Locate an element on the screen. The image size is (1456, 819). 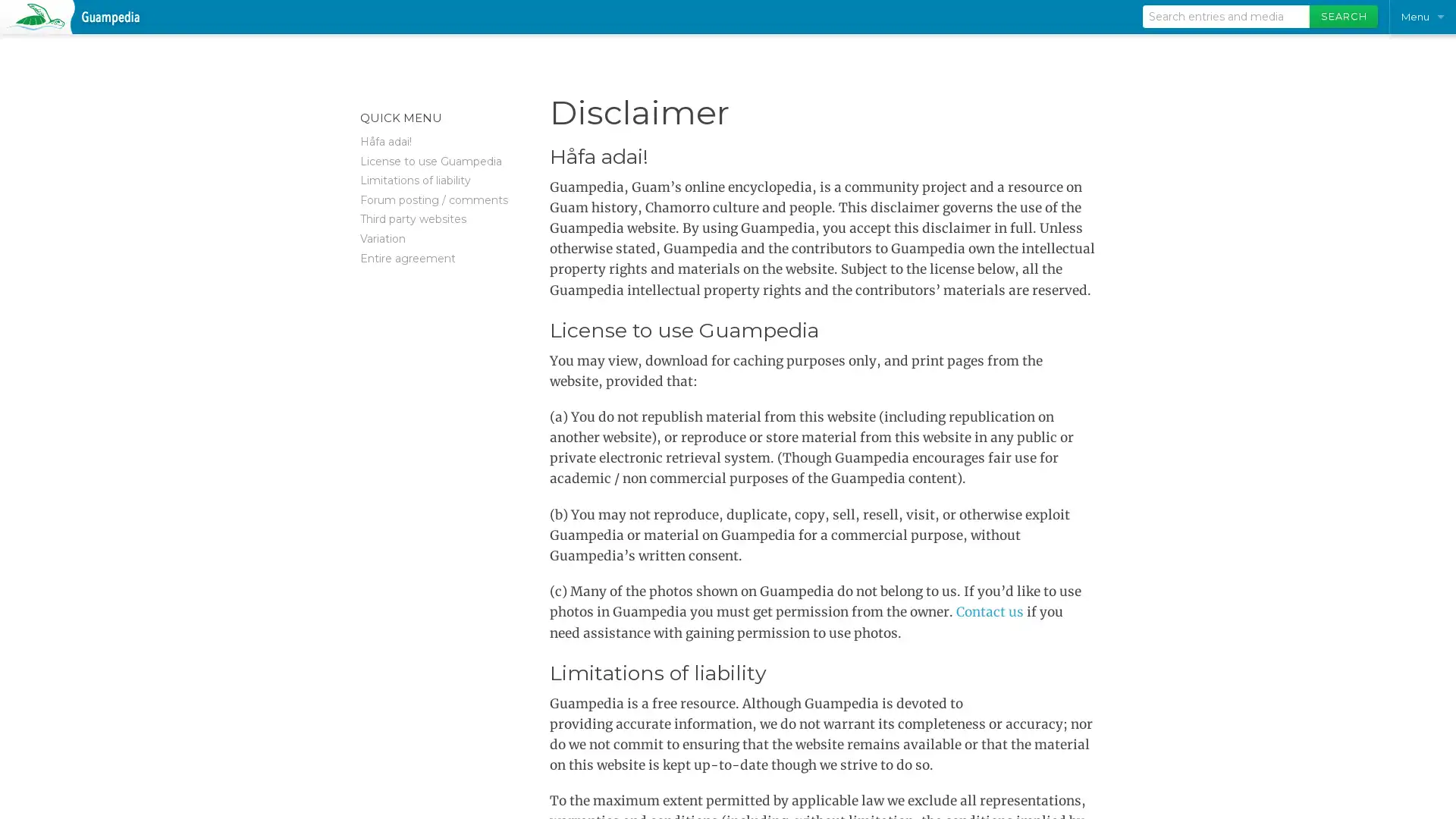
Search is located at coordinates (1343, 17).